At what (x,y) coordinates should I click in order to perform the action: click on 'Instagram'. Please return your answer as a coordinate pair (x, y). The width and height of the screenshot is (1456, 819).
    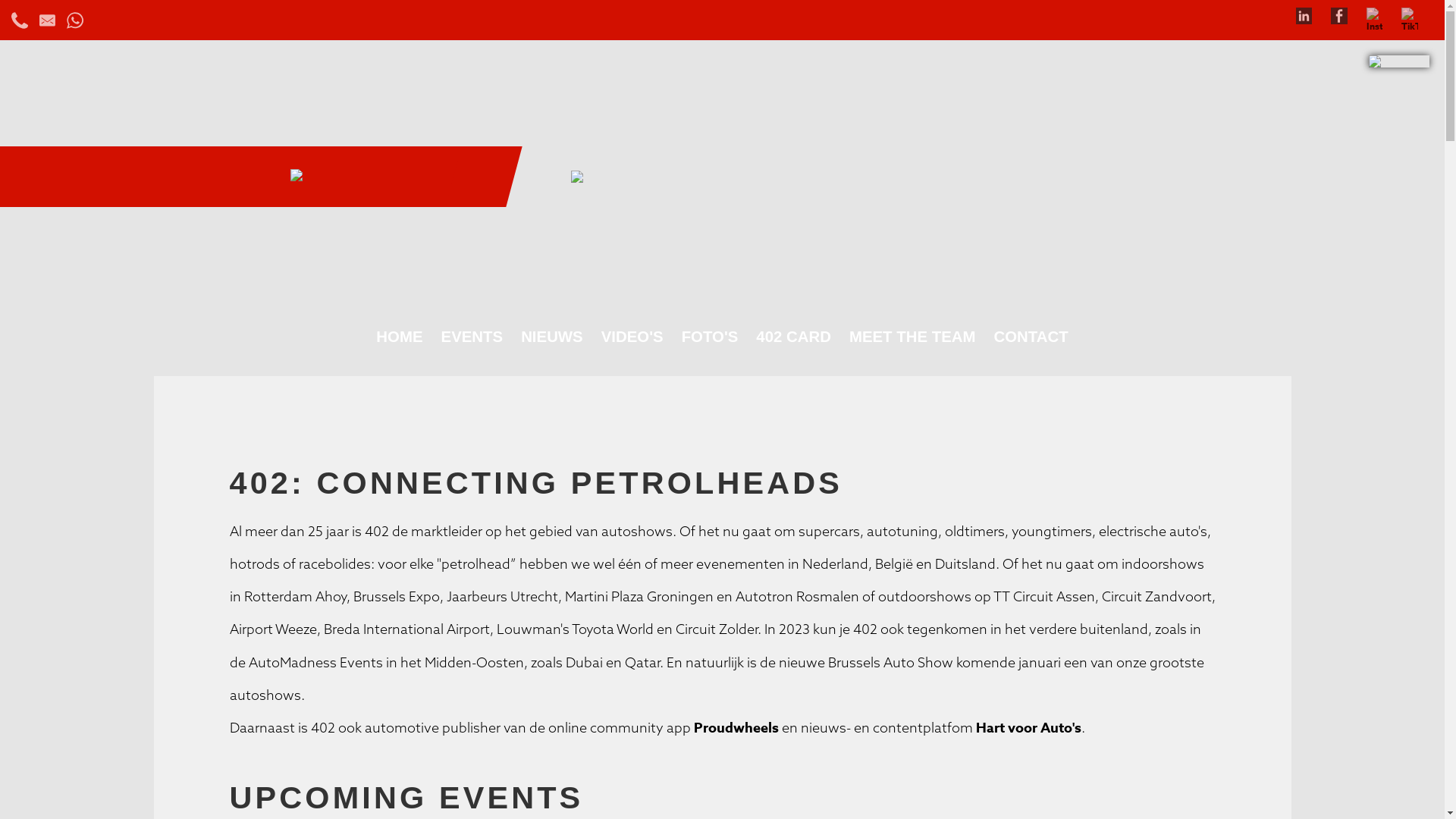
    Looking at the image, I should click on (1375, 14).